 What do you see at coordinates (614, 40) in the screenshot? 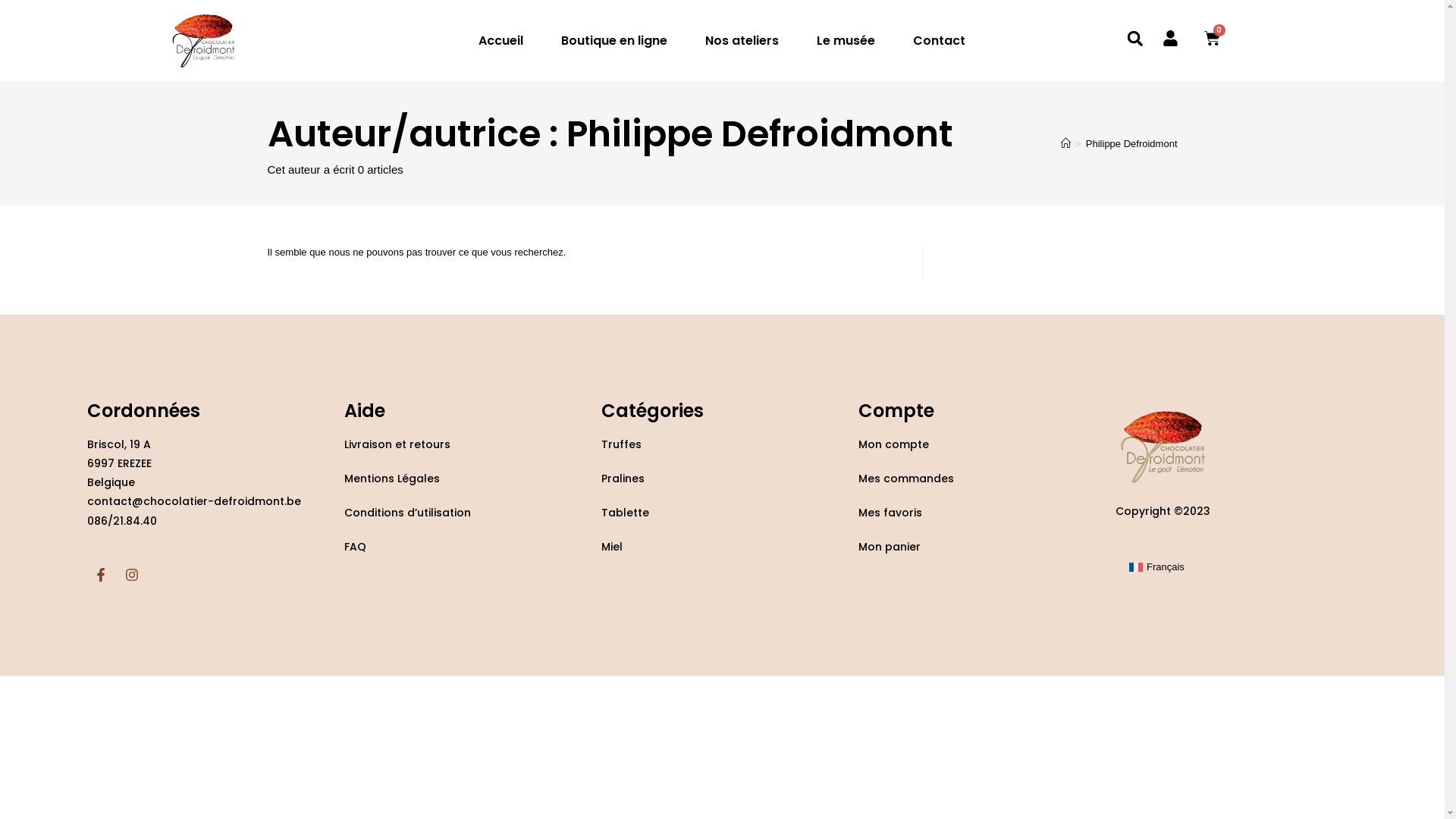
I see `'Boutique en ligne'` at bounding box center [614, 40].